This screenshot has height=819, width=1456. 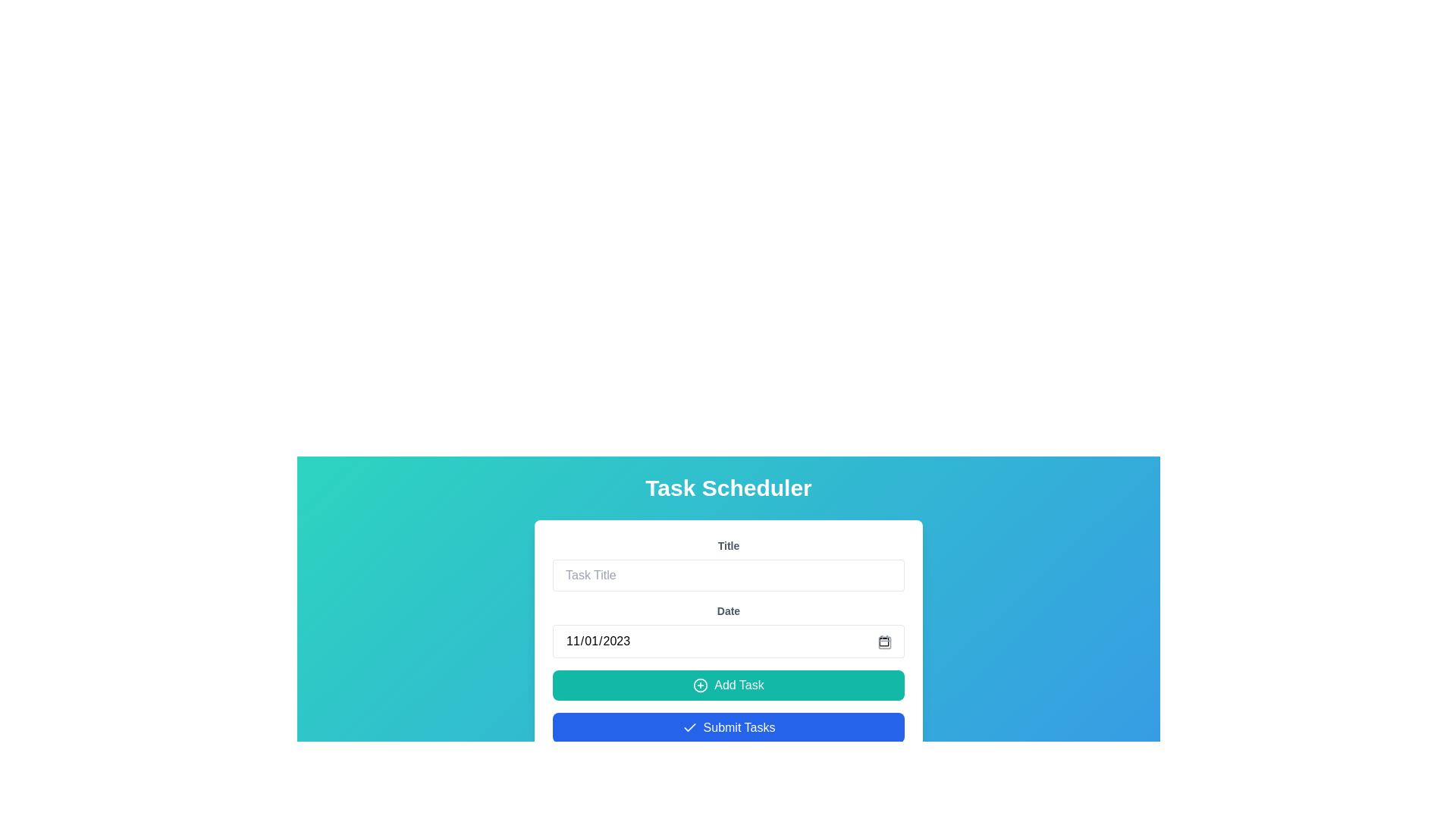 What do you see at coordinates (884, 641) in the screenshot?
I see `the Calendar icon located at the right end of the 'Date' input field in the 'Task Scheduler' interface` at bounding box center [884, 641].